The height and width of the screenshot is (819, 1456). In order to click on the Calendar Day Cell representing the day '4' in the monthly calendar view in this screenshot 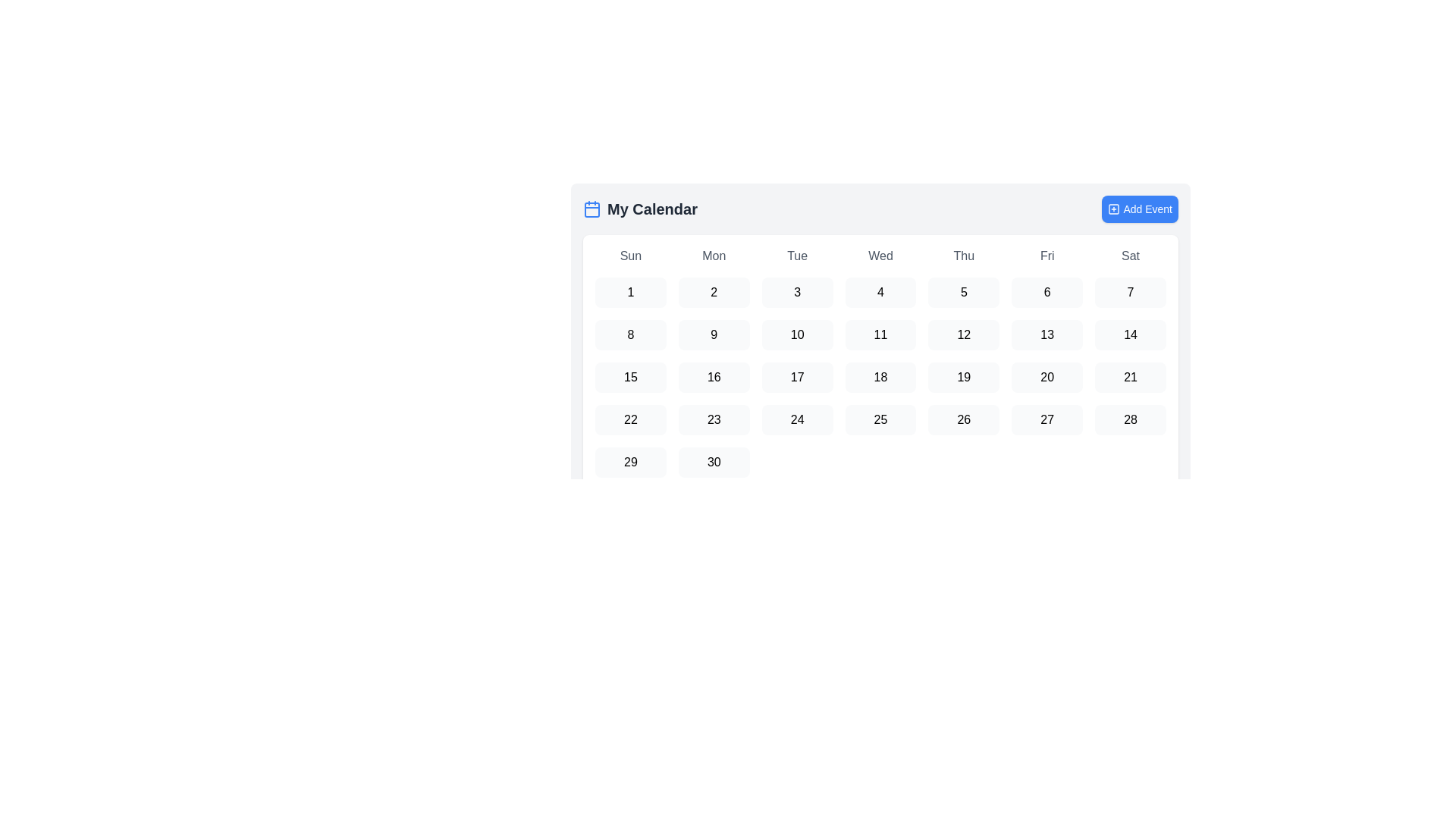, I will do `click(880, 292)`.